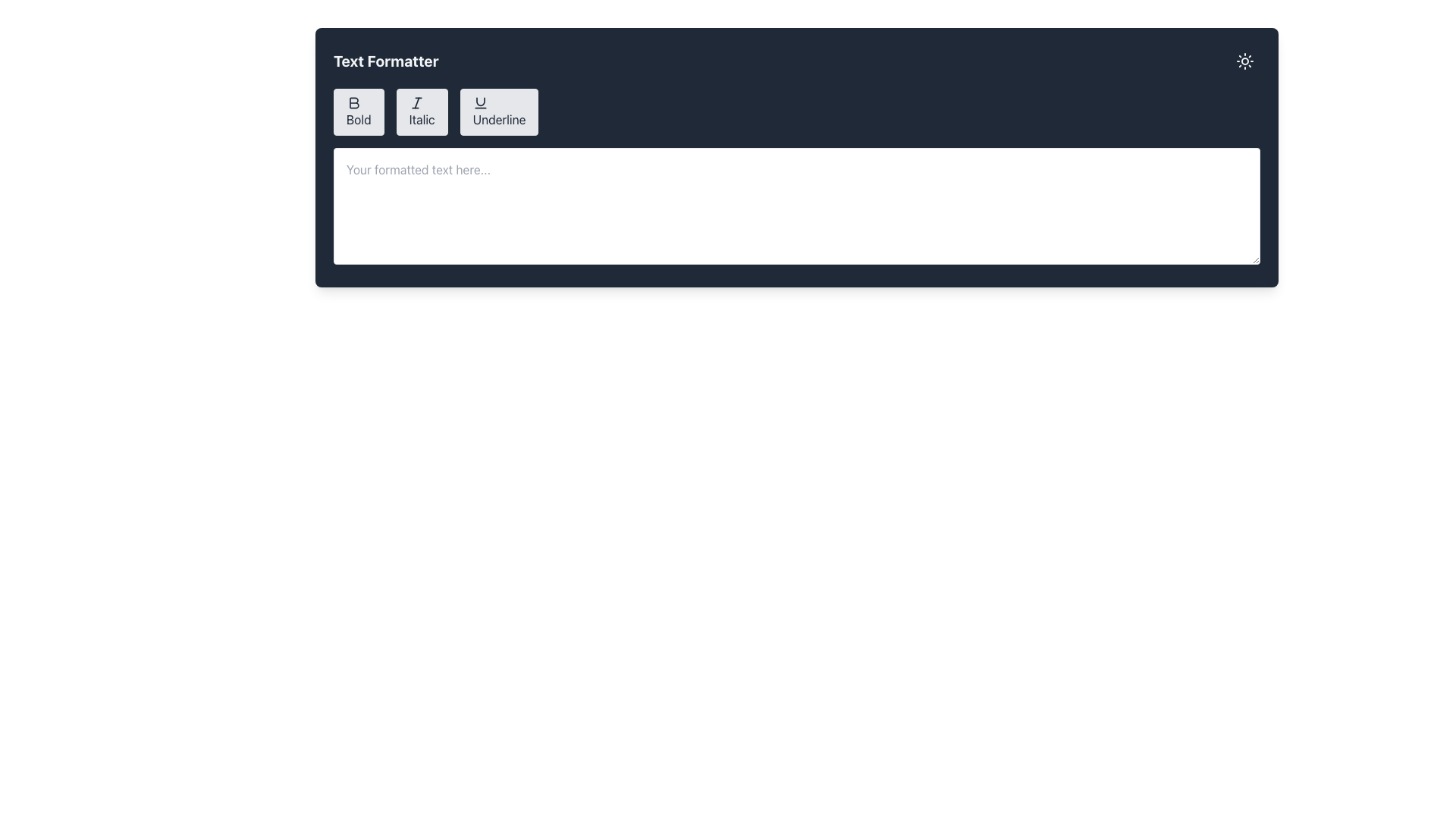 The height and width of the screenshot is (819, 1456). What do you see at coordinates (1244, 61) in the screenshot?
I see `the sun icon located in the top-right corner of the interface` at bounding box center [1244, 61].